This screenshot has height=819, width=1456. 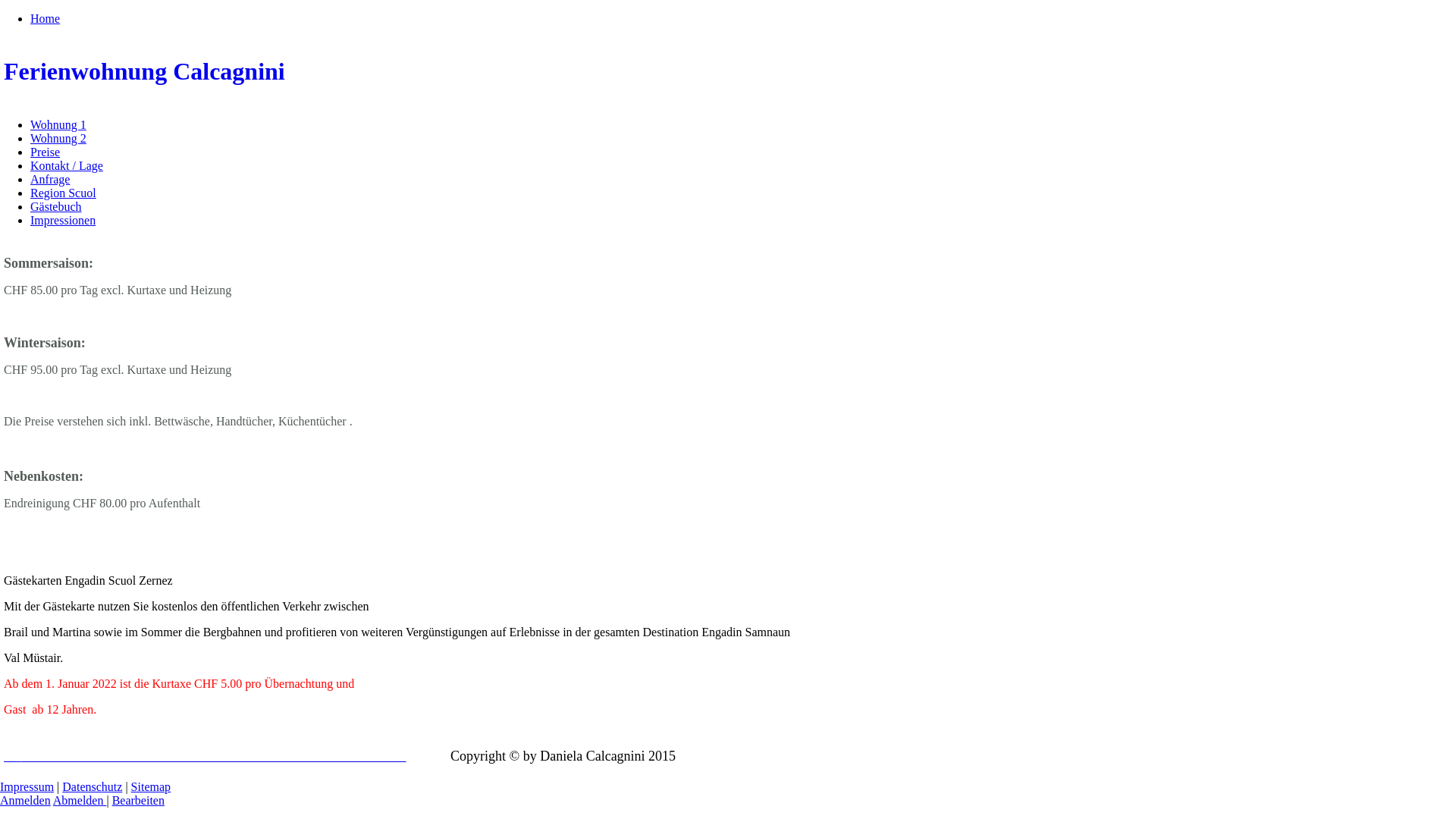 What do you see at coordinates (138, 799) in the screenshot?
I see `'Bearbeiten'` at bounding box center [138, 799].